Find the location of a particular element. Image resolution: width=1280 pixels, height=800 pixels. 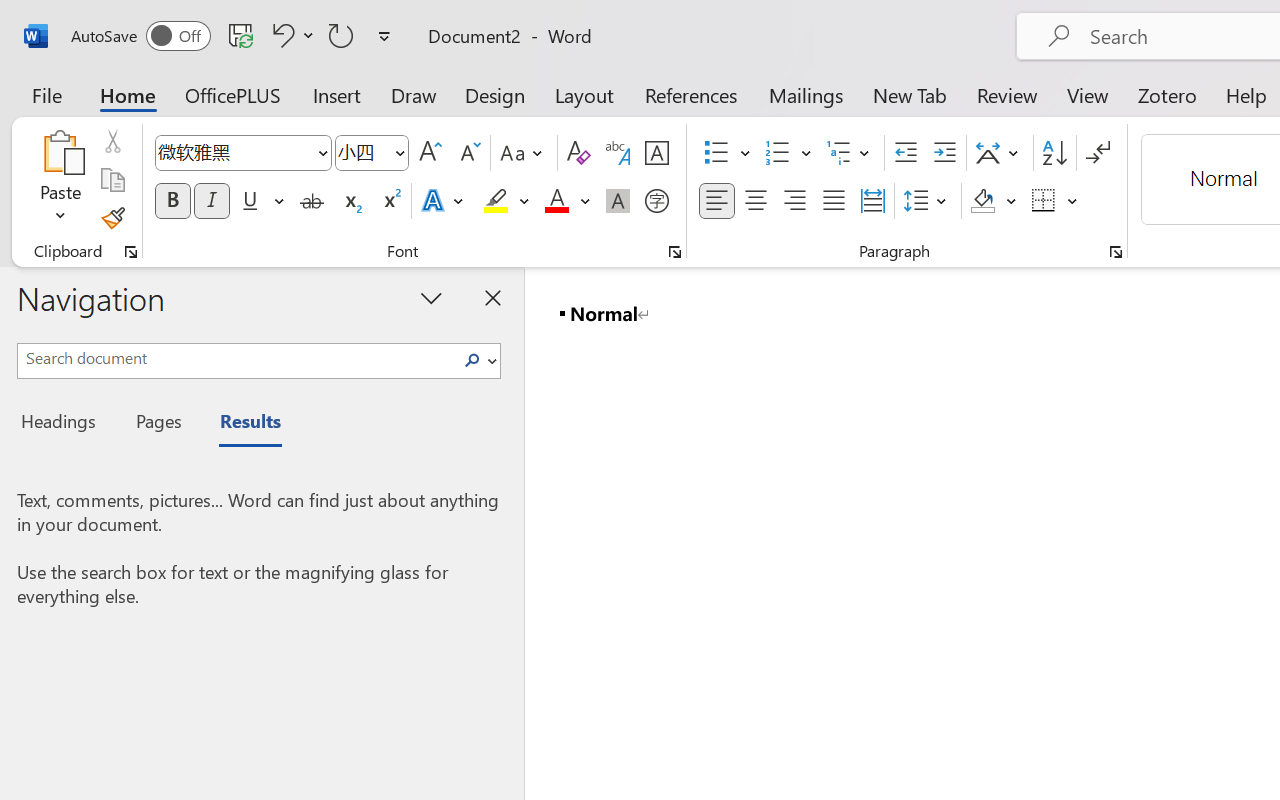

'Copy' is located at coordinates (111, 179).